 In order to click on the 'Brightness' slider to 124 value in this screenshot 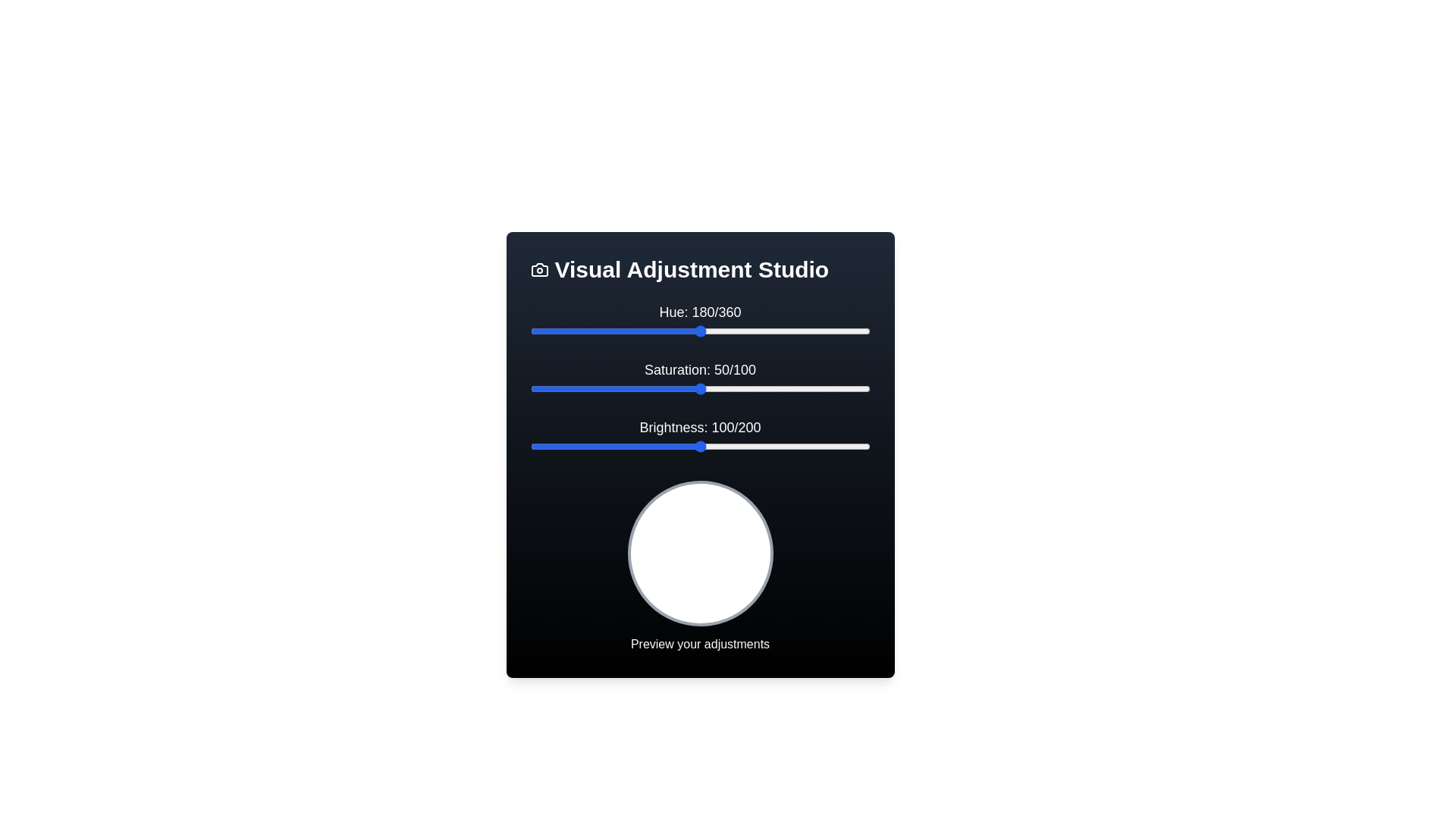, I will do `click(741, 446)`.